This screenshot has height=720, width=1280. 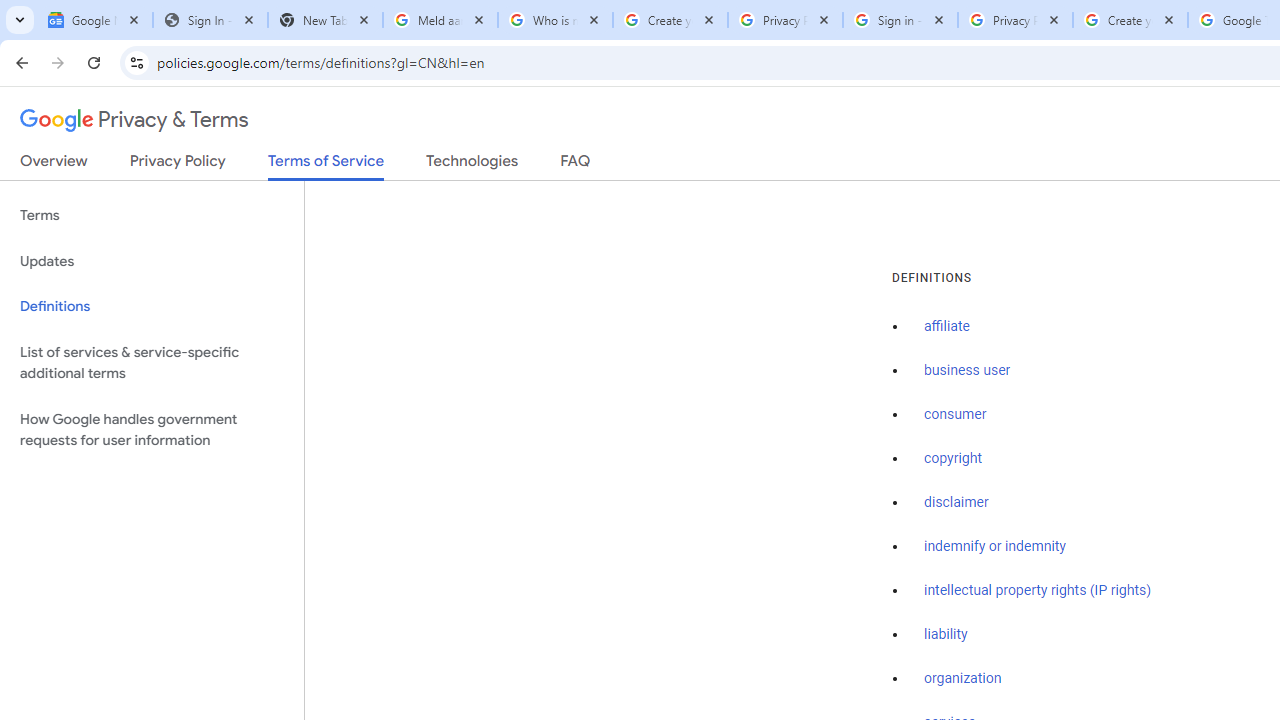 I want to click on 'intellectual property rights (IP rights)', so click(x=1038, y=589).